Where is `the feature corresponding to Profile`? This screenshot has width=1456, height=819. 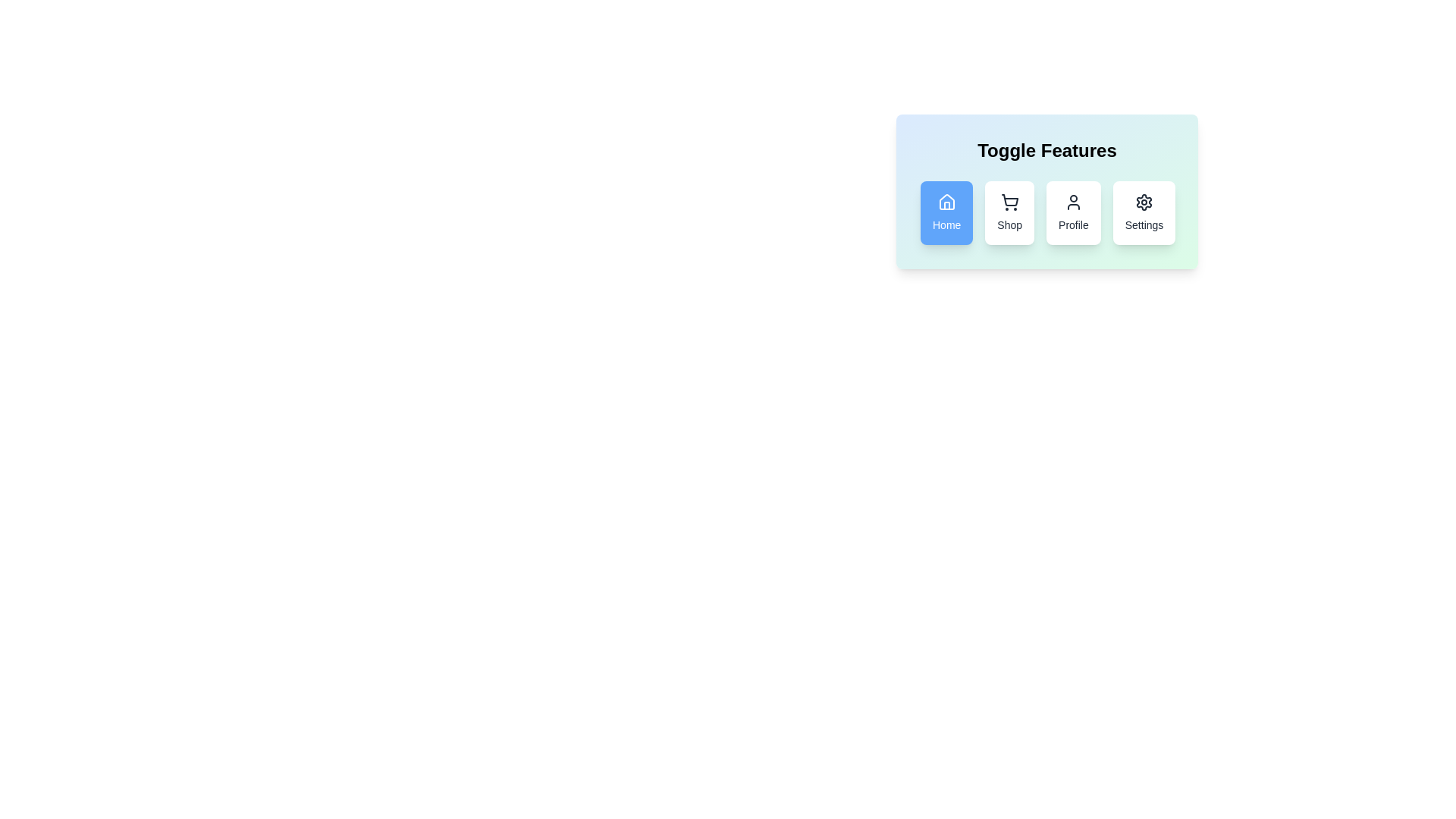
the feature corresponding to Profile is located at coordinates (1073, 213).